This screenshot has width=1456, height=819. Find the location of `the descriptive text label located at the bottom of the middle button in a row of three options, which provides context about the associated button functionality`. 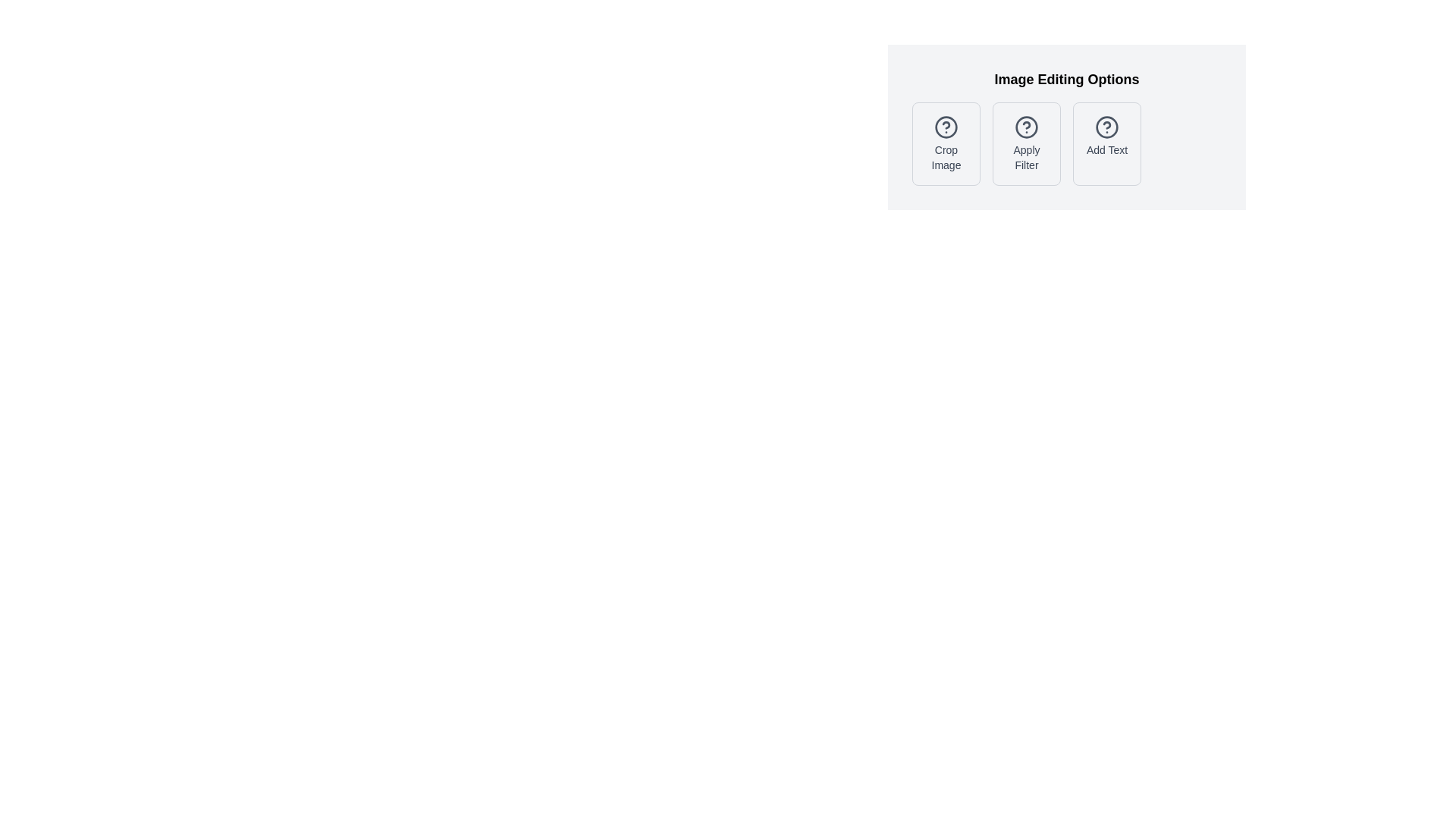

the descriptive text label located at the bottom of the middle button in a row of three options, which provides context about the associated button functionality is located at coordinates (1026, 158).